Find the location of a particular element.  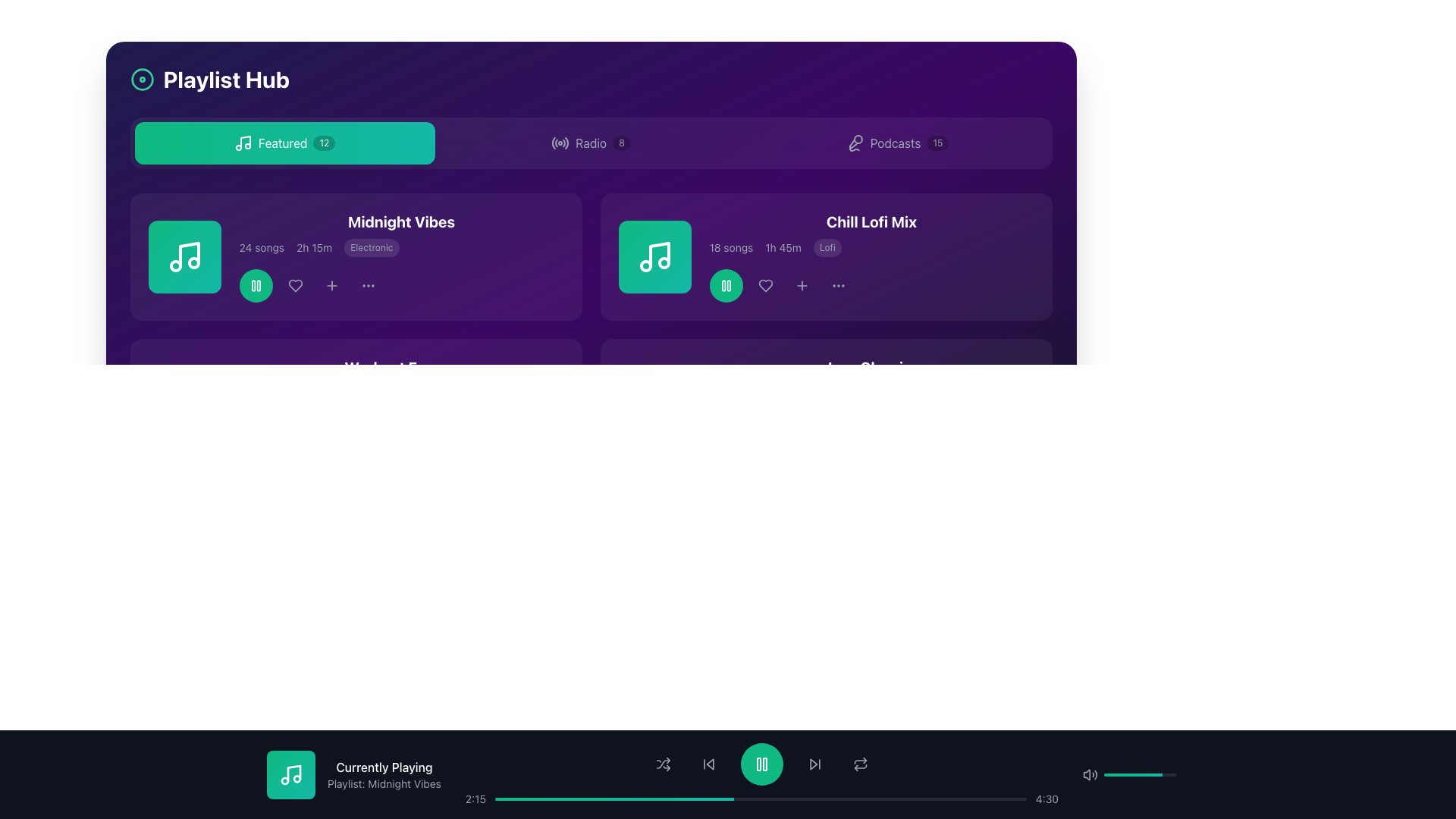

the left vertical bar of the pause button located centrally in the bottom playback control section to interact with the pause functionality is located at coordinates (758, 764).